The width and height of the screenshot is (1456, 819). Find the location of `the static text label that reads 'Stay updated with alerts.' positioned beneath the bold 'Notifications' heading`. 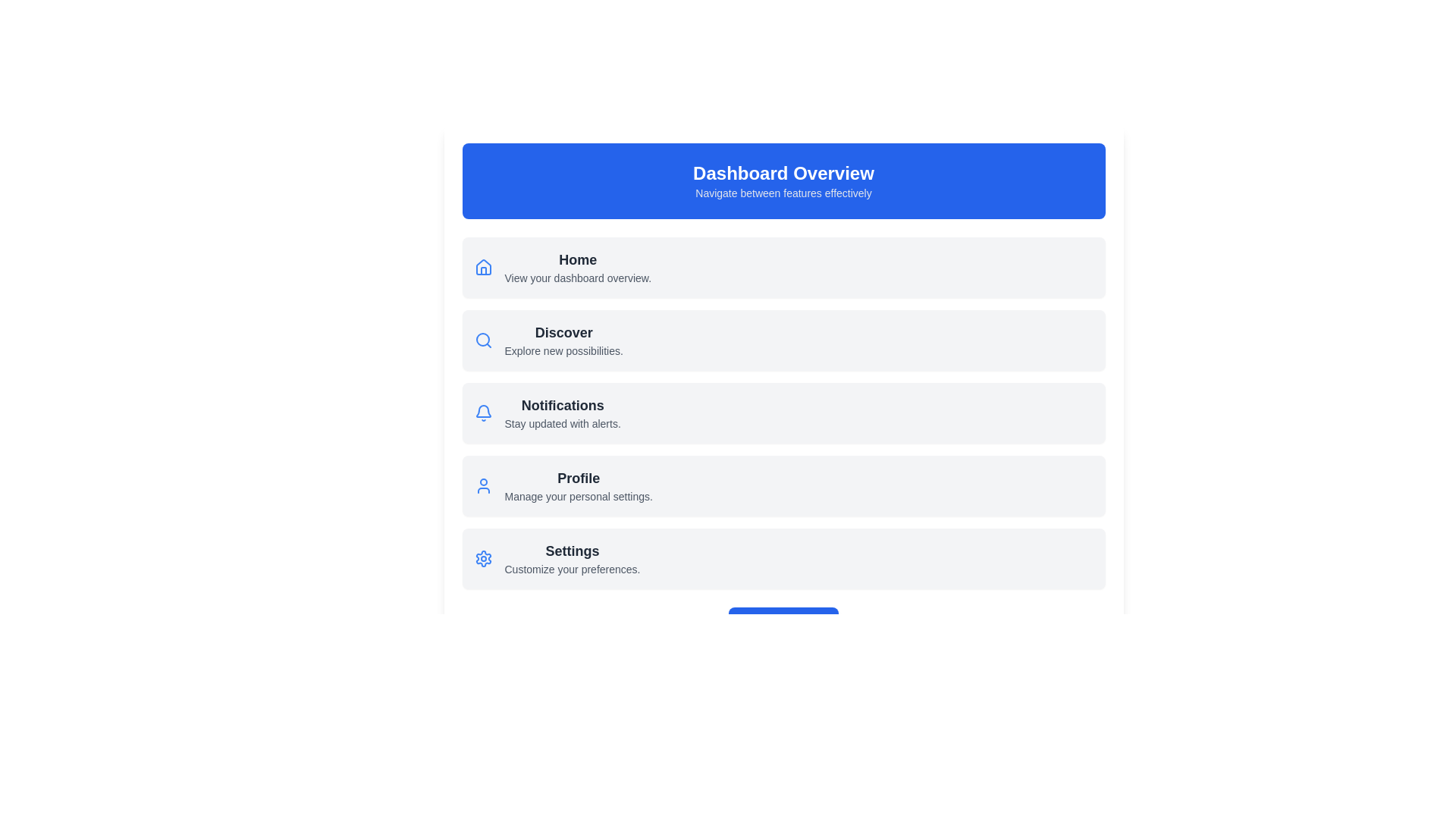

the static text label that reads 'Stay updated with alerts.' positioned beneath the bold 'Notifications' heading is located at coordinates (562, 424).